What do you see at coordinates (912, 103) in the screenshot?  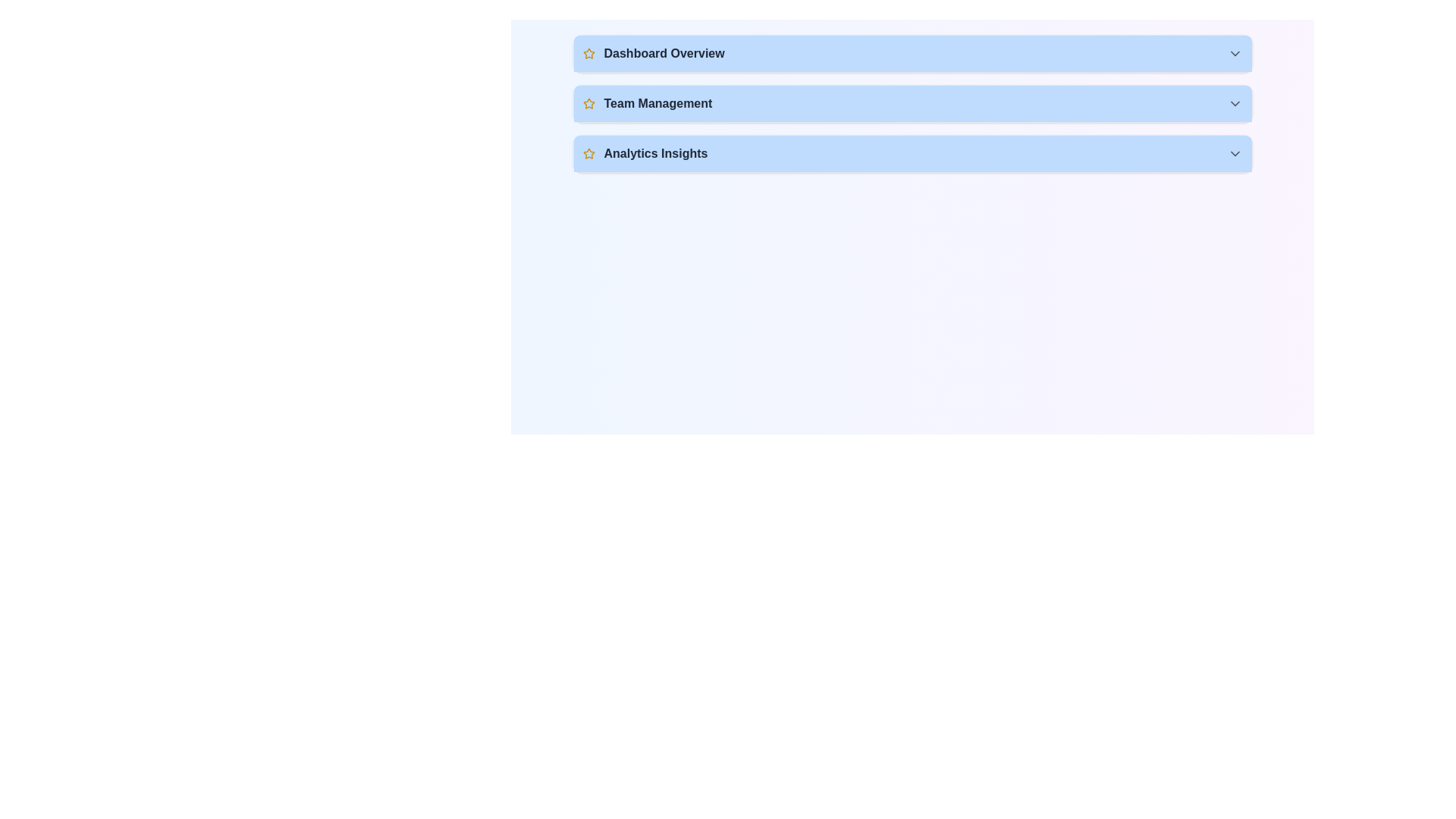 I see `the team management button located between the 'Dashboard Overview' and 'Analytics Insights' buttons` at bounding box center [912, 103].